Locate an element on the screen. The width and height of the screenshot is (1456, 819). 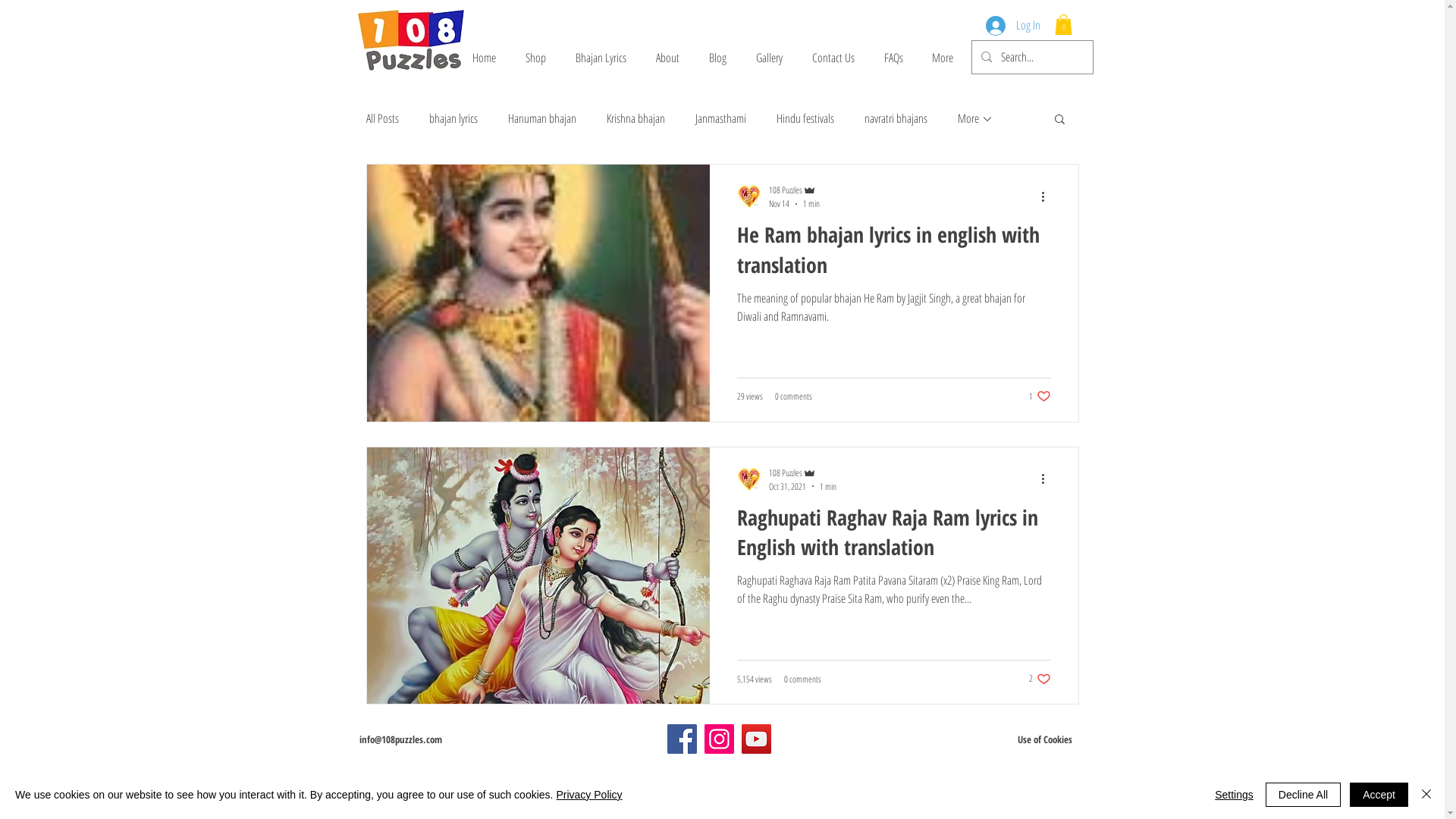
'1 like. Post not marked as liked is located at coordinates (1038, 395).